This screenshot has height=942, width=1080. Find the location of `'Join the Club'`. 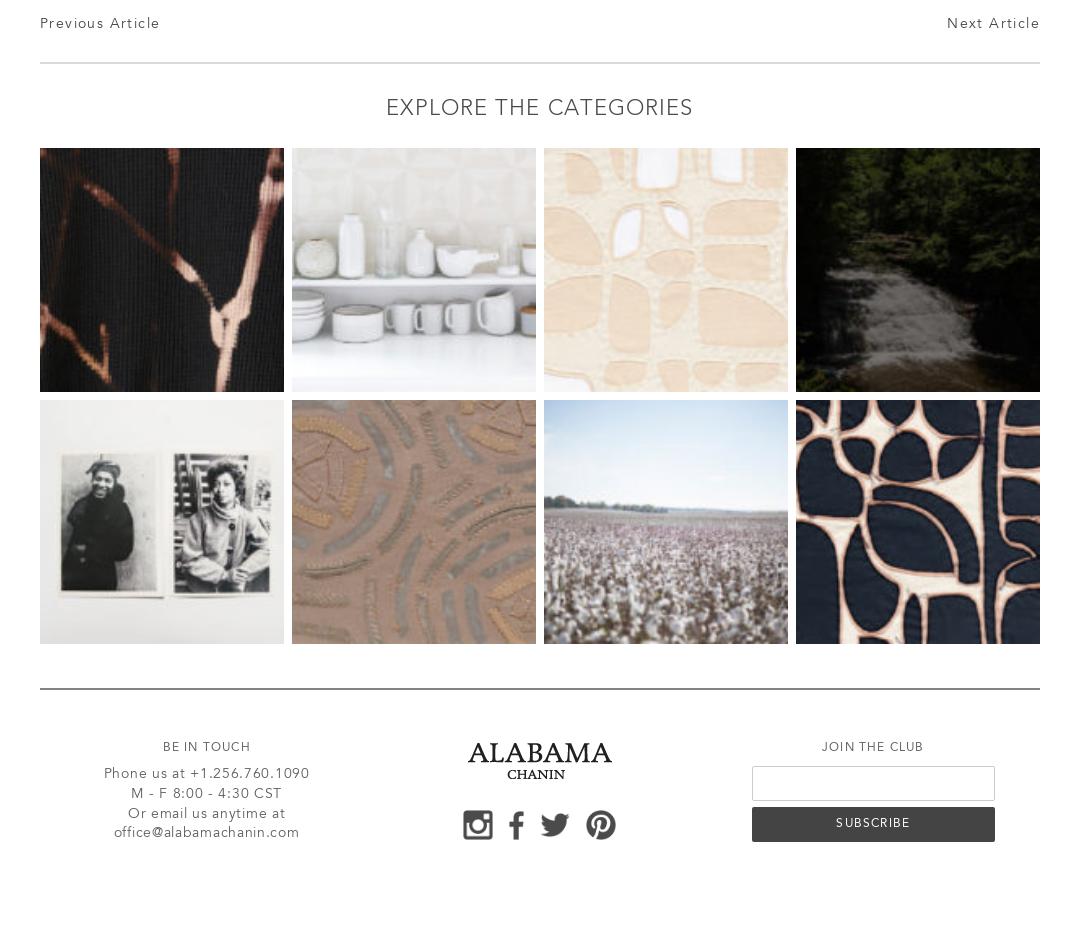

'Join the Club' is located at coordinates (821, 747).